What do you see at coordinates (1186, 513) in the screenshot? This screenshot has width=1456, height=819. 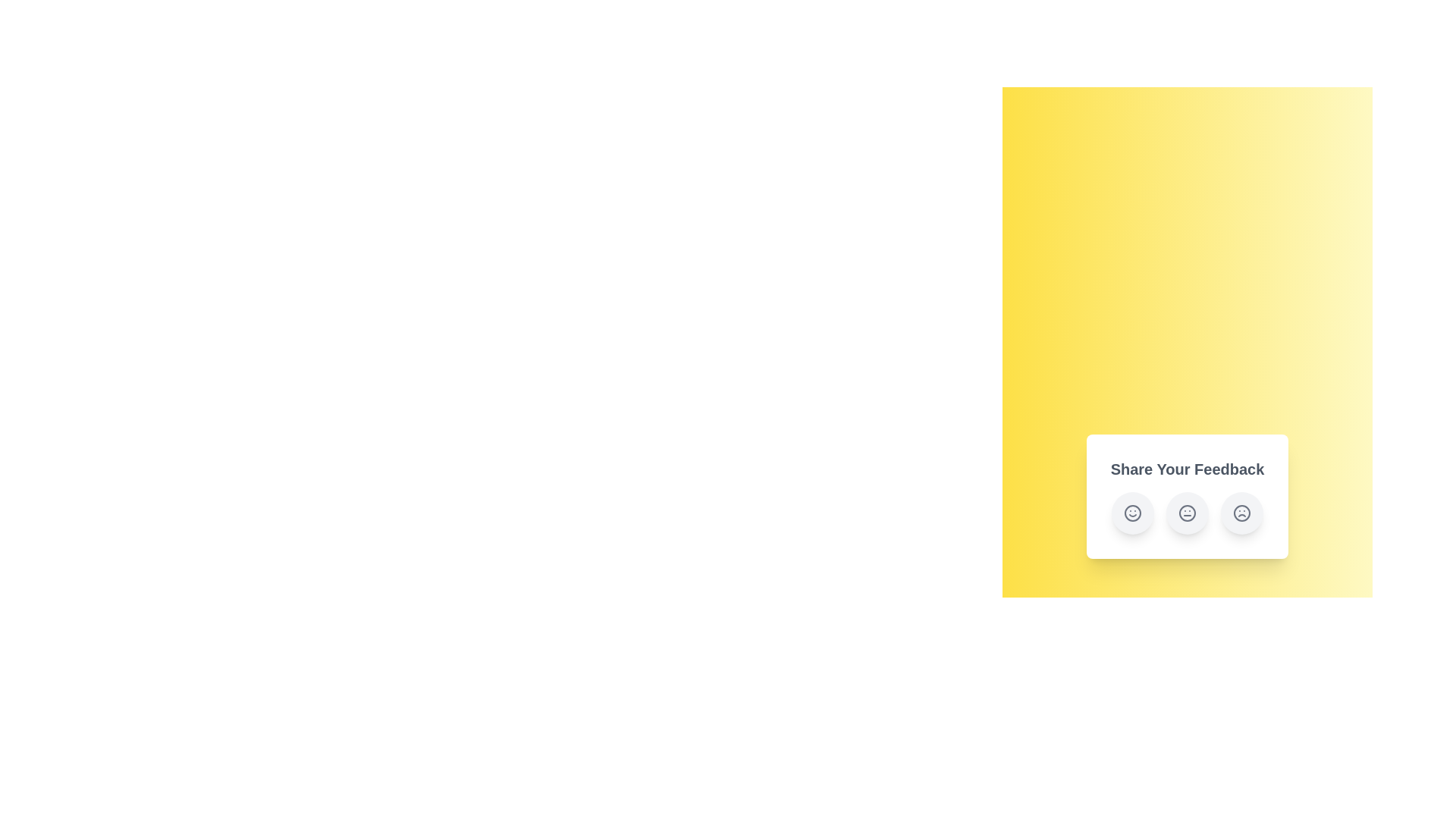 I see `the 'Neutral' feedback button` at bounding box center [1186, 513].